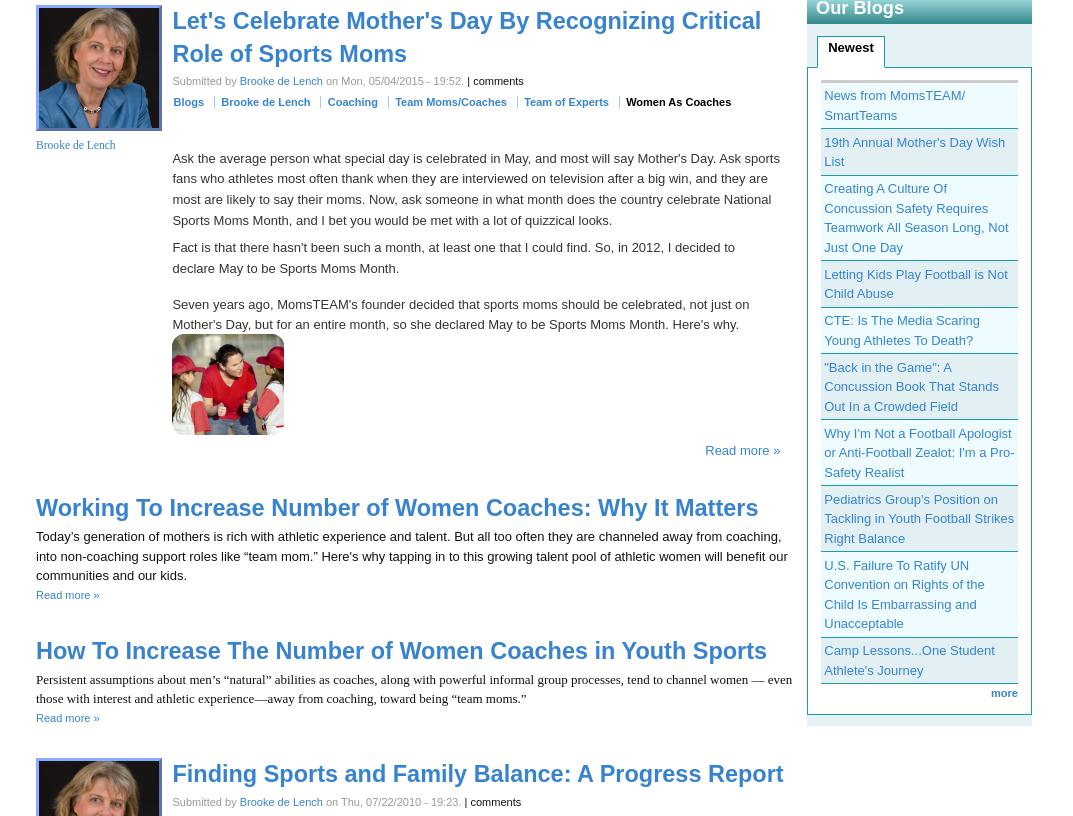 The width and height of the screenshot is (1073, 816). What do you see at coordinates (823, 282) in the screenshot?
I see `'Letting Kids Play Football is Not Child Abuse'` at bounding box center [823, 282].